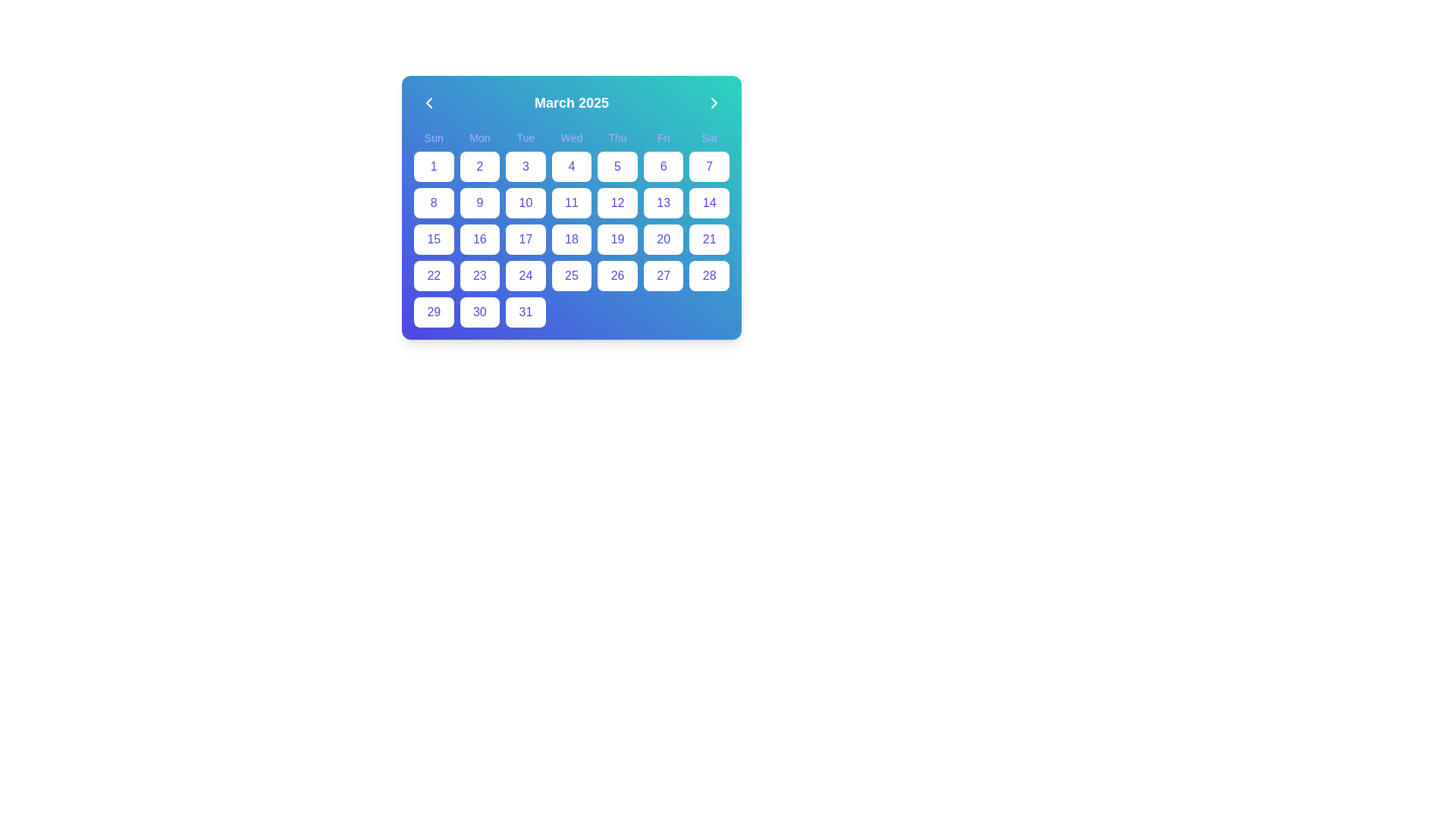 This screenshot has height=819, width=1456. What do you see at coordinates (526, 202) in the screenshot?
I see `the button representing the 10th day of the month in the calendar, located in the fourth column under the 'Tue' header` at bounding box center [526, 202].